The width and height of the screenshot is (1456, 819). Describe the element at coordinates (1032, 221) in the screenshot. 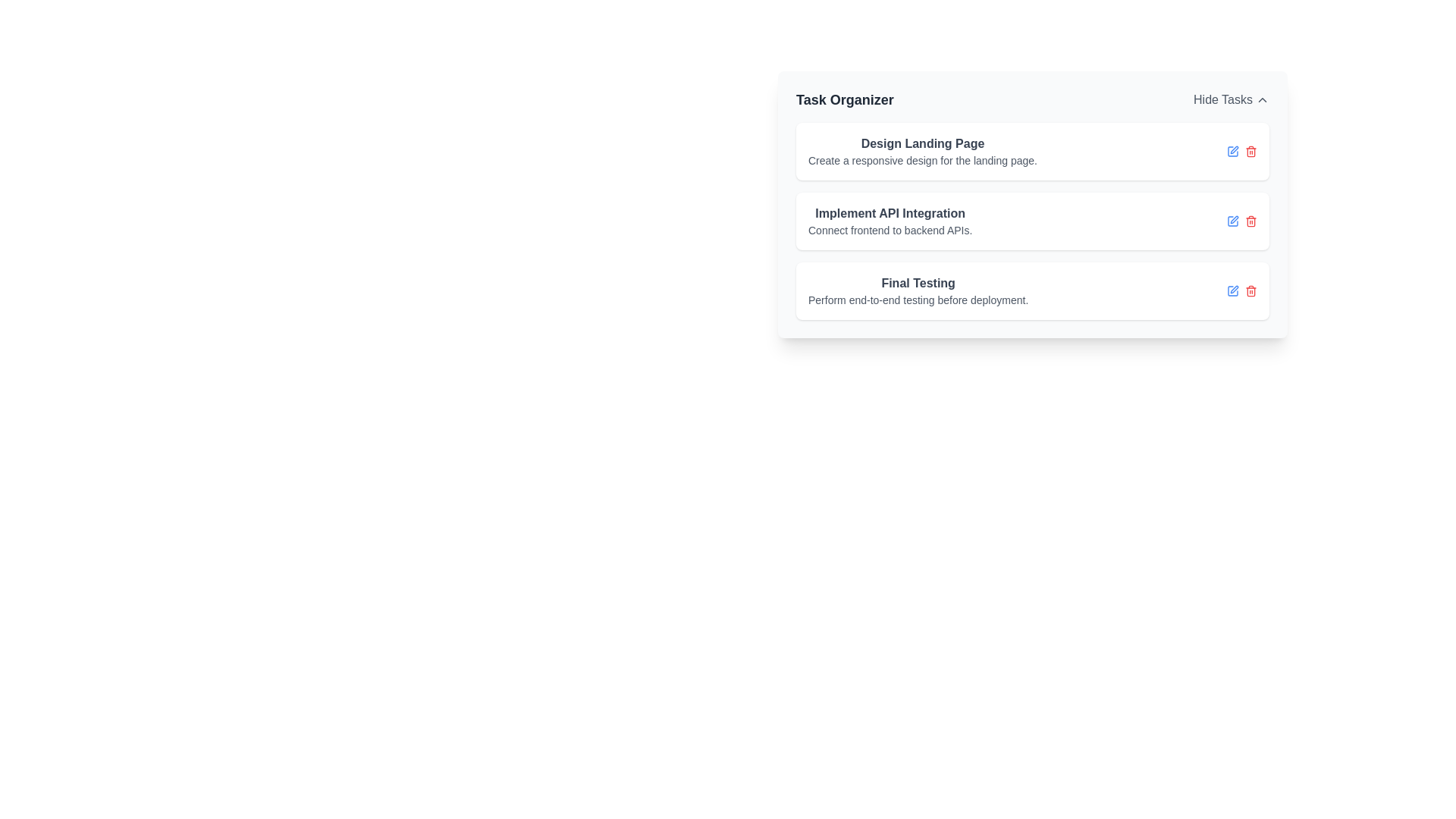

I see `task details of the list item titled 'Implement API Integration' which is the second item in the 'Task Organizer' section` at that location.